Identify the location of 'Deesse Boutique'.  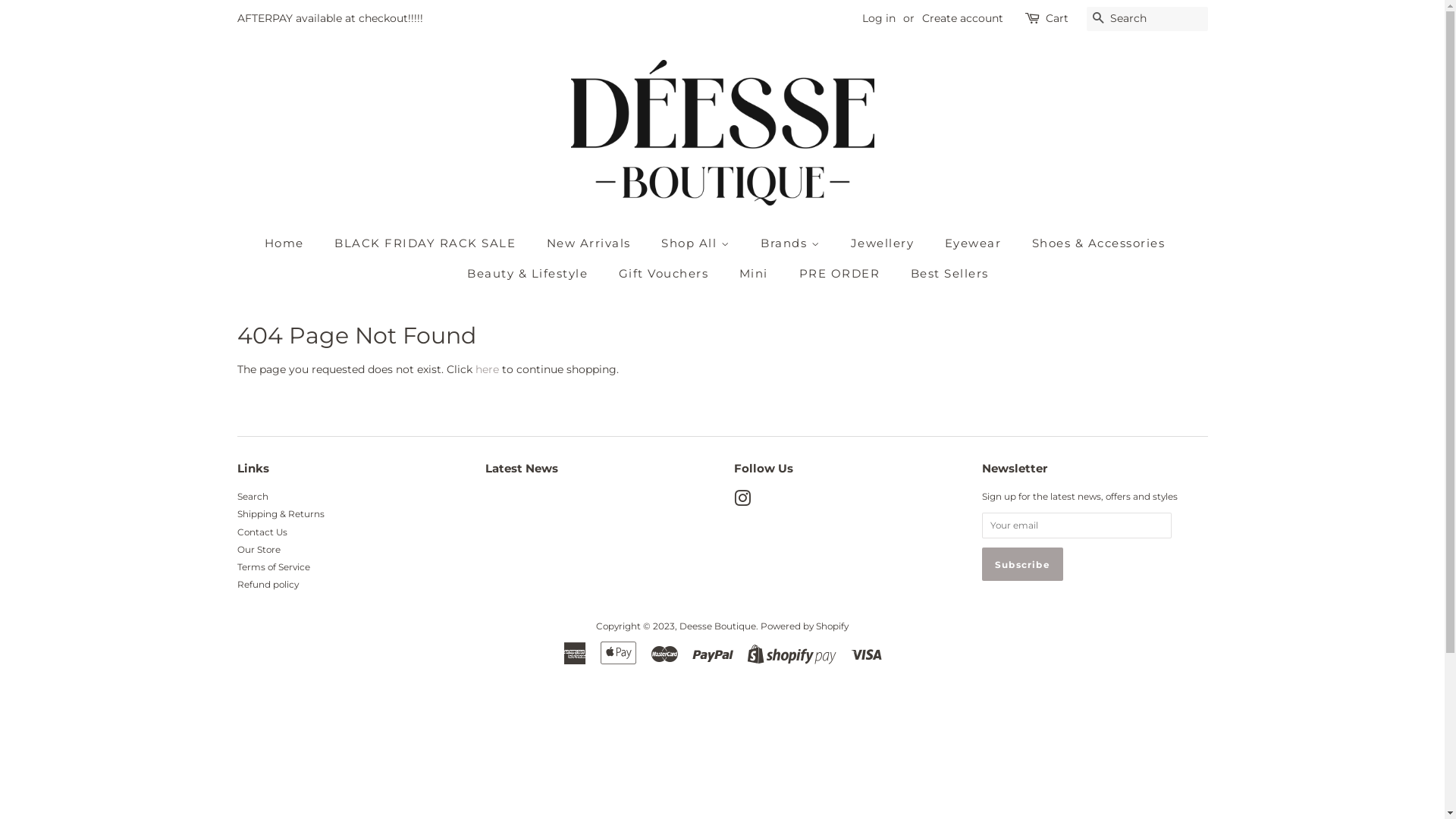
(717, 626).